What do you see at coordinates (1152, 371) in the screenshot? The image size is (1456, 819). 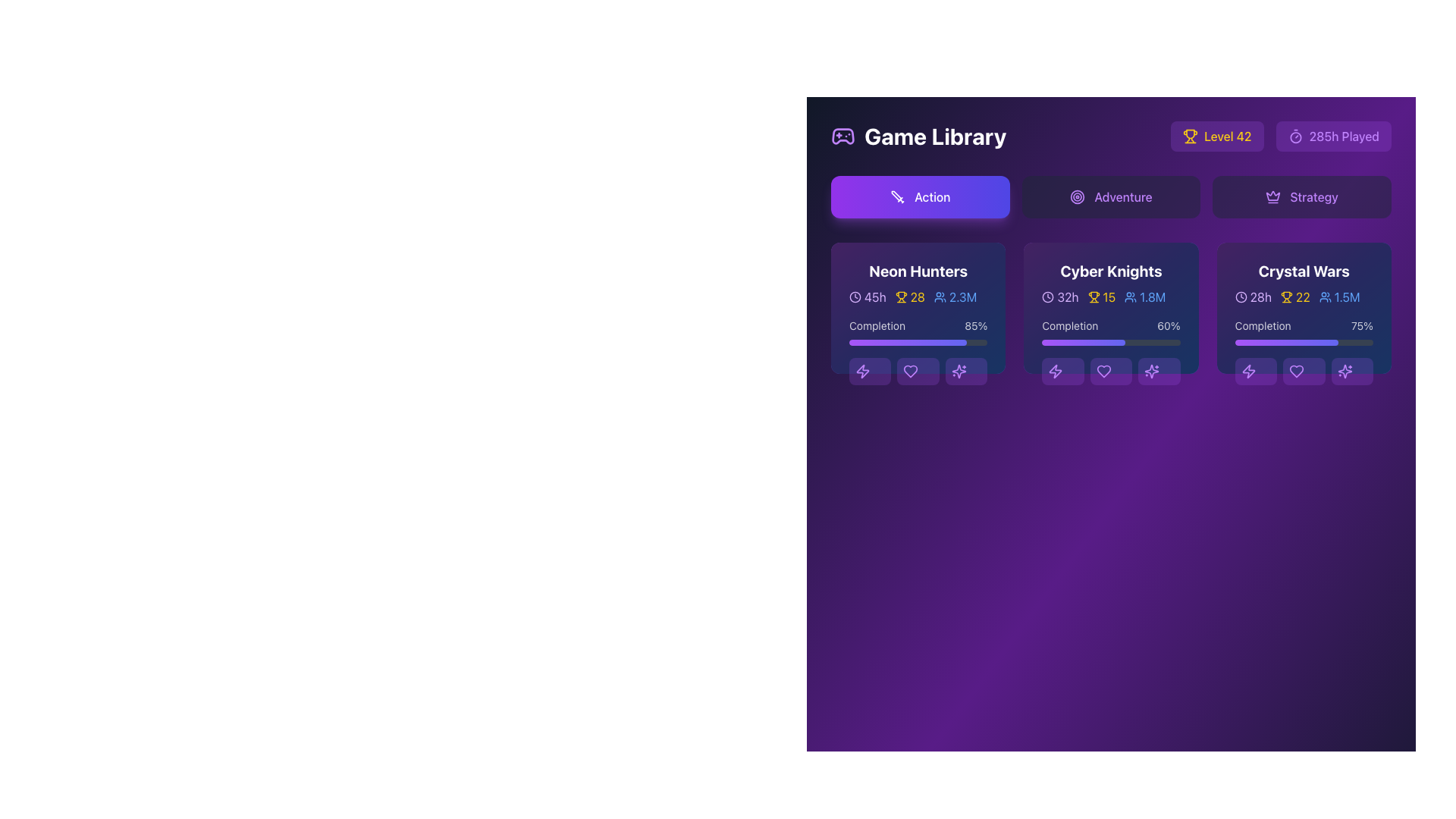 I see `the last icon button in the action button group beneath the 'Cyber Knights' game card` at bounding box center [1152, 371].